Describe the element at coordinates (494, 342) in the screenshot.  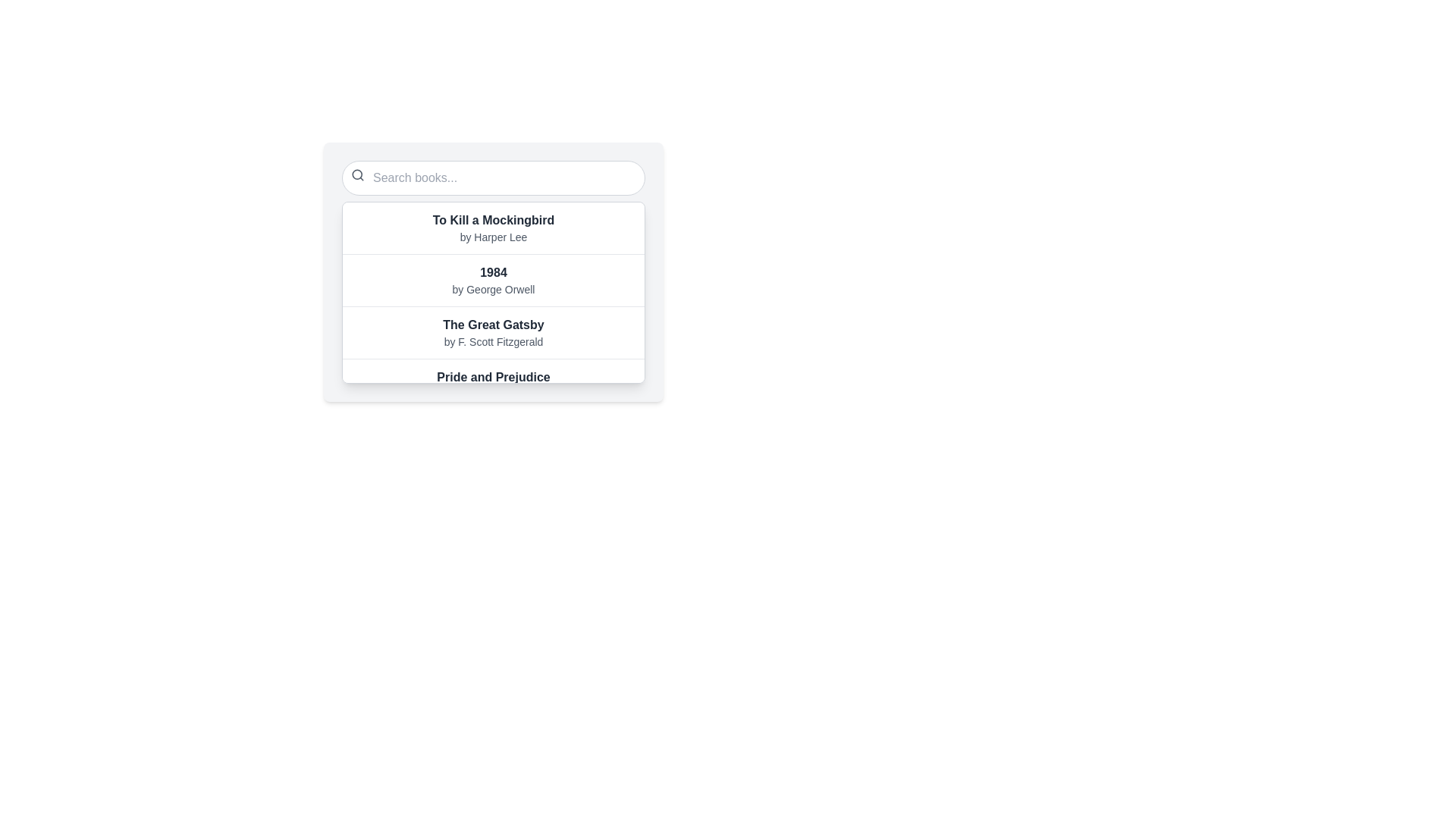
I see `the static text label that provides information about the author of 'The Great Gatsby', located underneath the primary title` at that location.